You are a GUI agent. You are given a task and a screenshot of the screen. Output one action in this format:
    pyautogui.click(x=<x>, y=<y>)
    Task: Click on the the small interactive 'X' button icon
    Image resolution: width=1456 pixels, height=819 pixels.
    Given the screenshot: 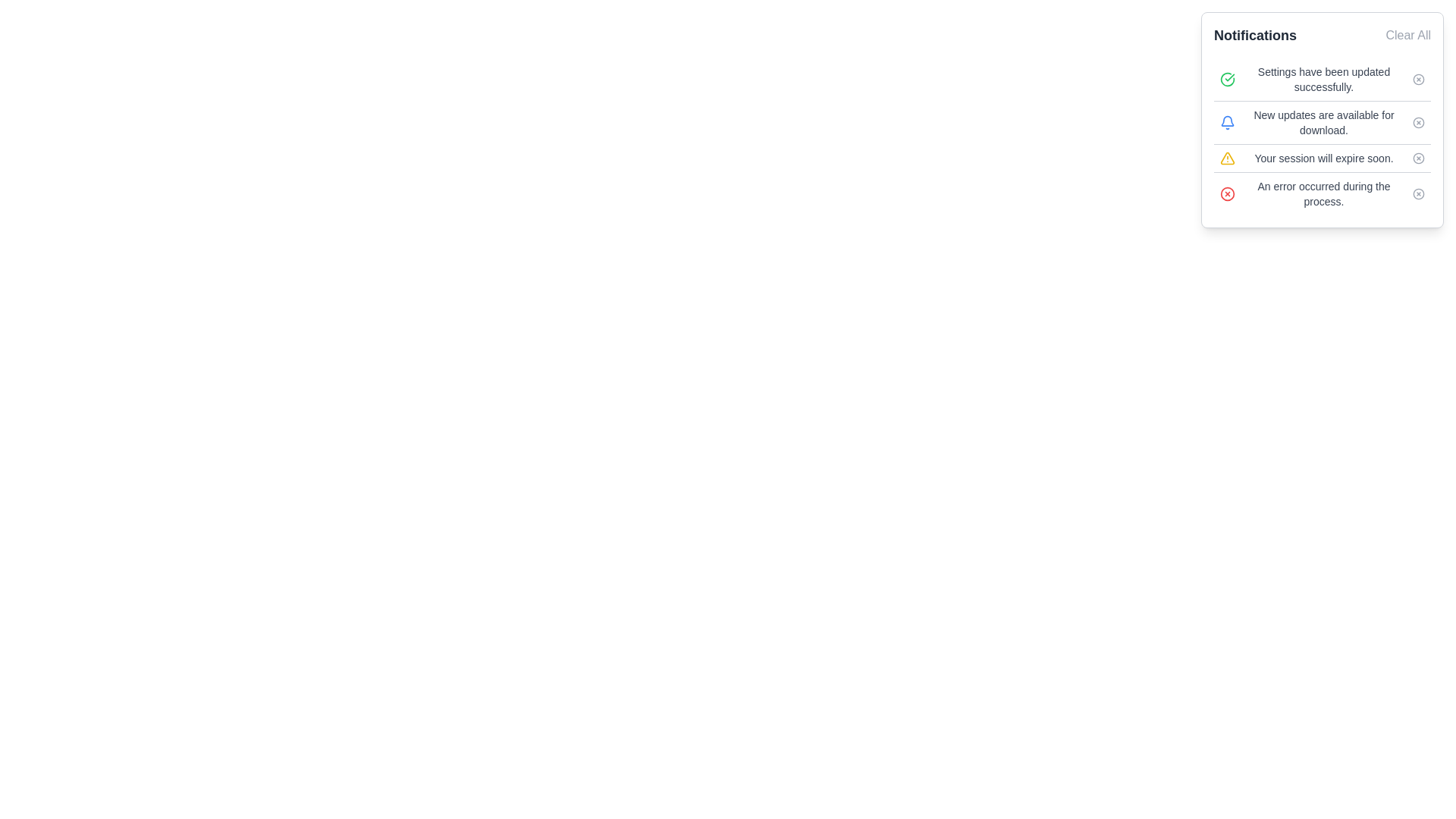 What is the action you would take?
    pyautogui.click(x=1418, y=79)
    